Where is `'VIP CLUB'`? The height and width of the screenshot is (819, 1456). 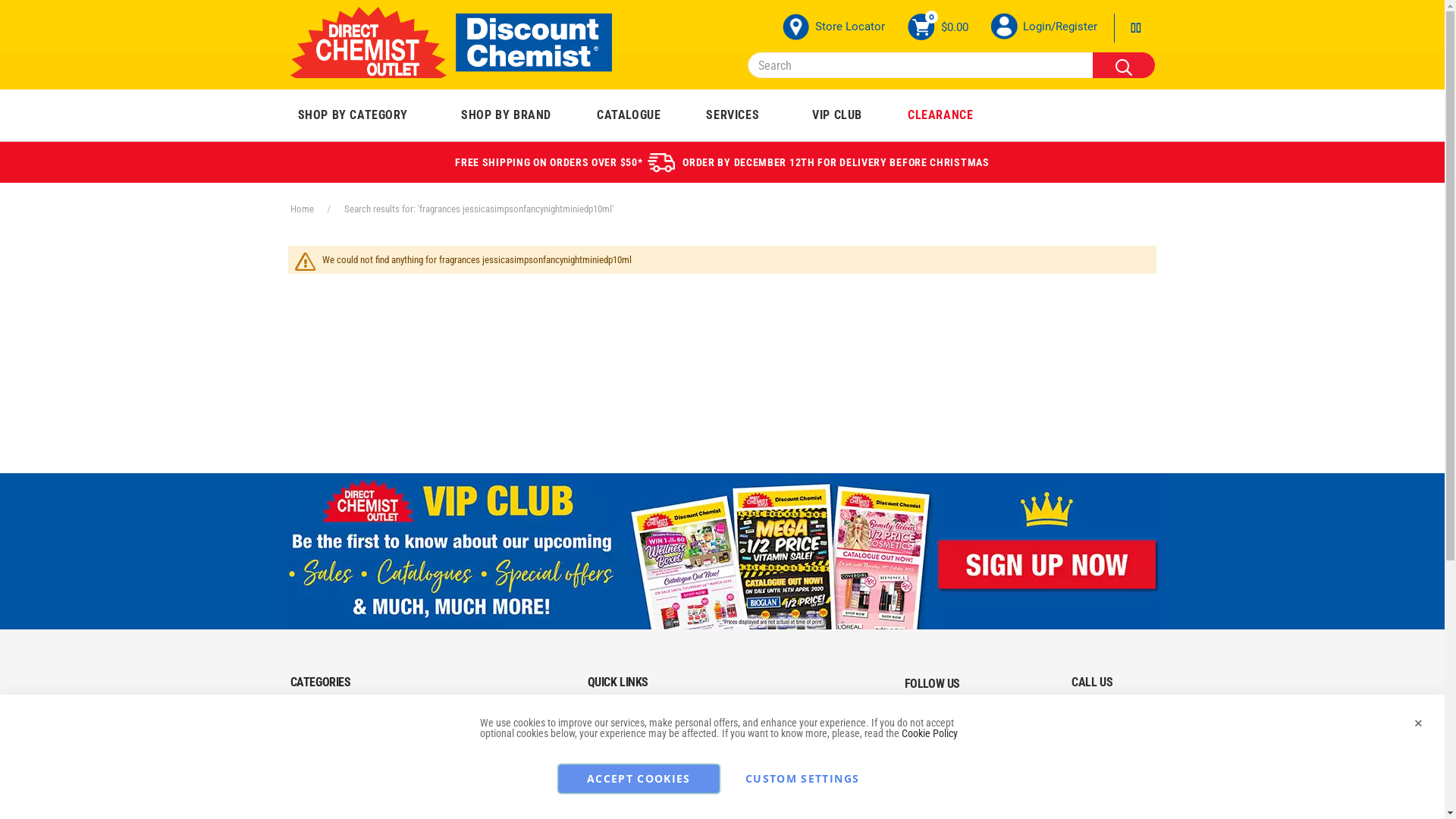
'VIP CLUB' is located at coordinates (836, 114).